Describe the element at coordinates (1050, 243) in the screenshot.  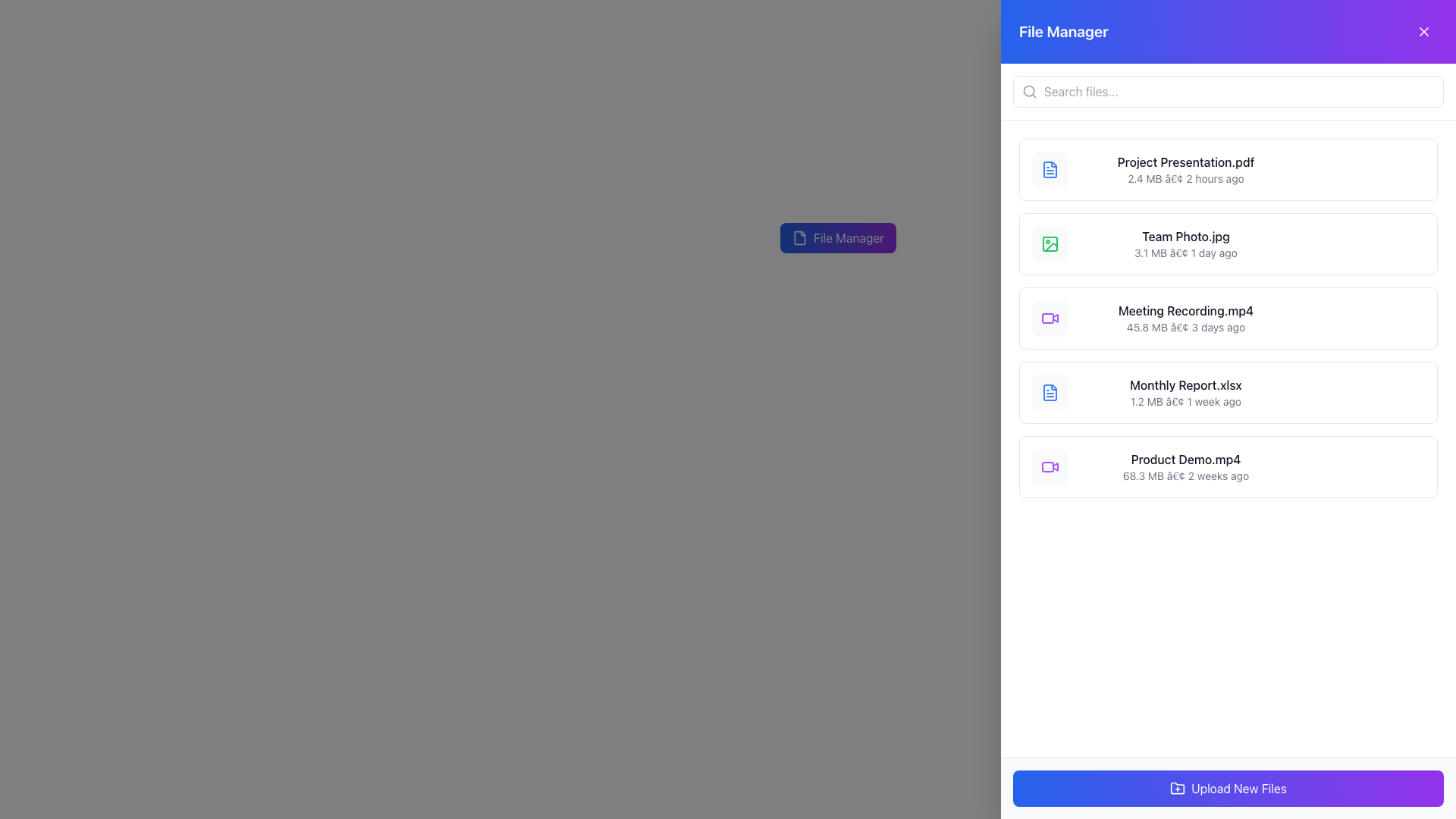
I see `the green SVG icon resembling a picture, located to the left of 'Team Photo.jpg' in the second row of the file list in the 'File Manager'` at that location.